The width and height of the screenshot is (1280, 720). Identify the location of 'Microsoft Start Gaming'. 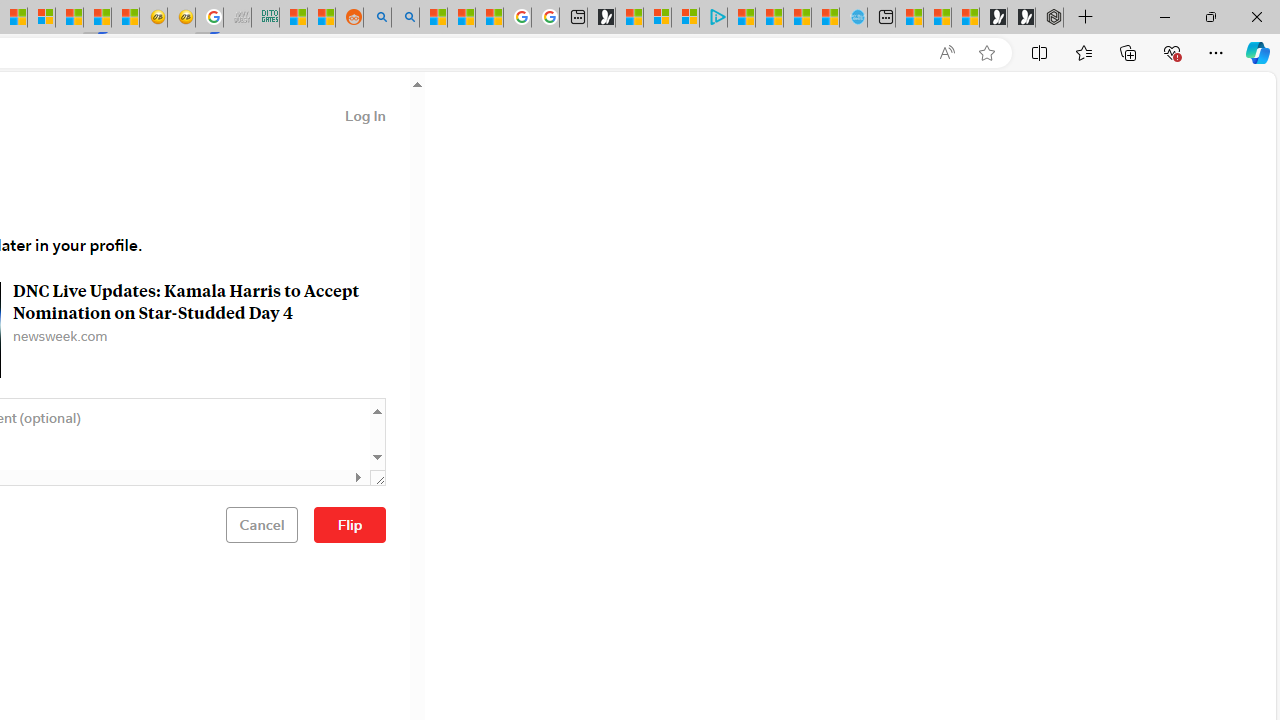
(600, 17).